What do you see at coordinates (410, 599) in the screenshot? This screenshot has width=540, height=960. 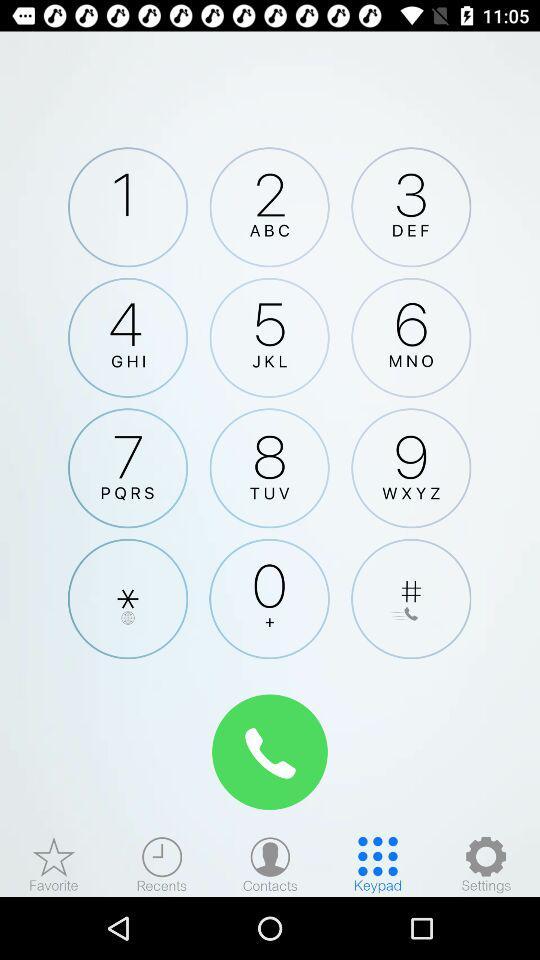 I see `click the pound button/change call` at bounding box center [410, 599].